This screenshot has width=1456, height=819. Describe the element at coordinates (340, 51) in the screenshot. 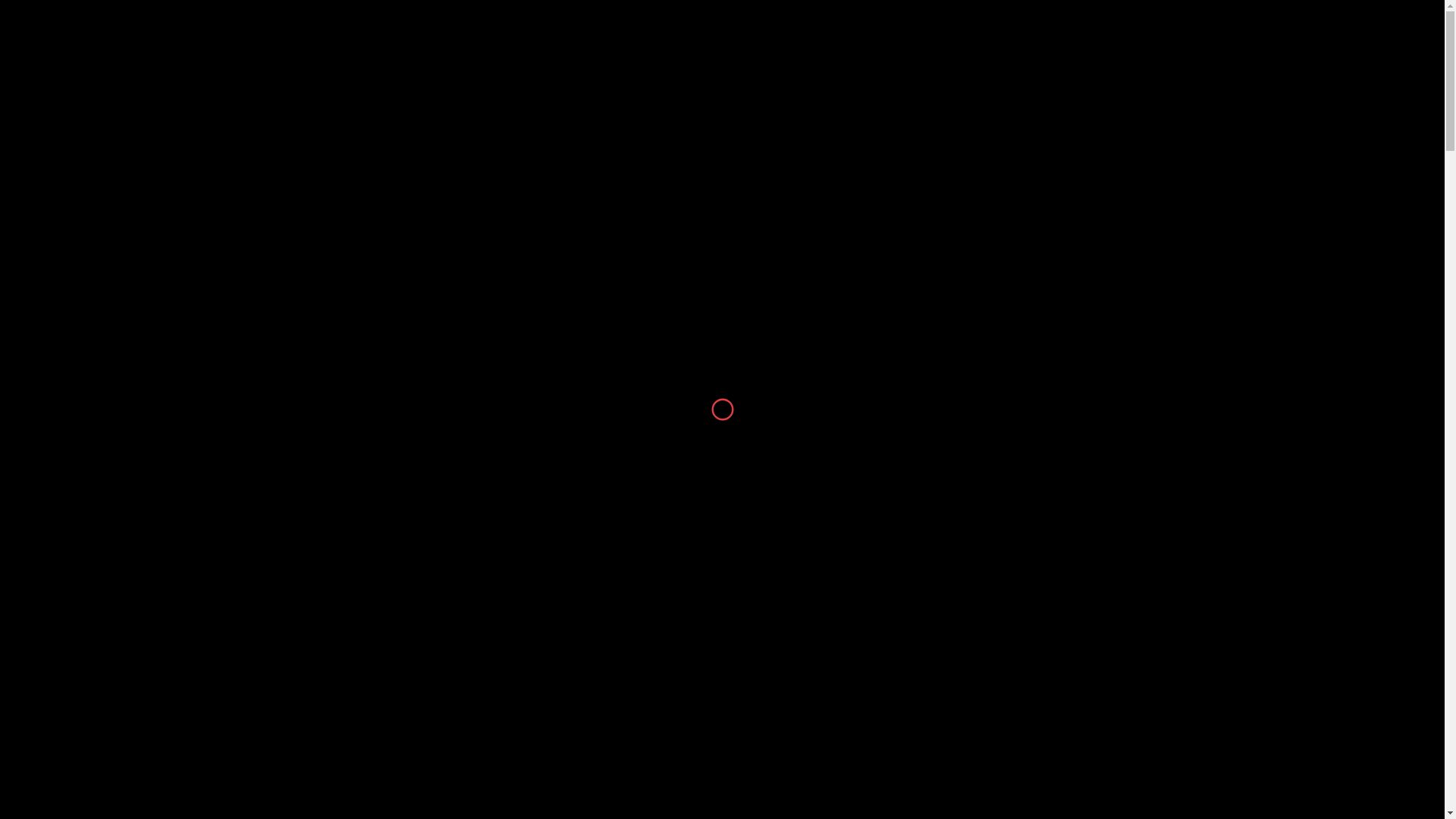

I see `'MEN'` at that location.